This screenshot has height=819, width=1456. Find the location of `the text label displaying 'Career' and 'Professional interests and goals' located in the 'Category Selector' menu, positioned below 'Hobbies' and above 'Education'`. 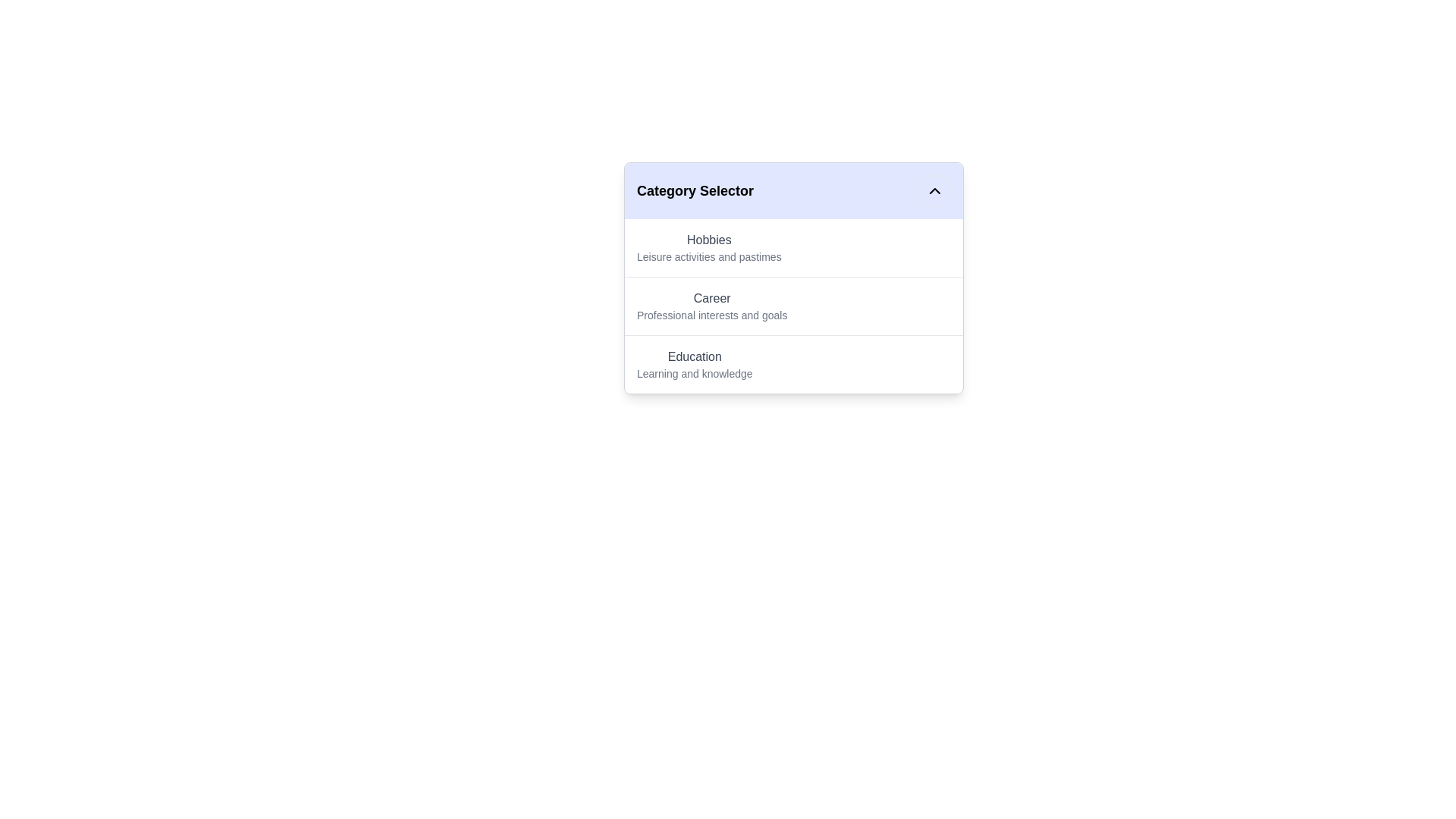

the text label displaying 'Career' and 'Professional interests and goals' located in the 'Category Selector' menu, positioned below 'Hobbies' and above 'Education' is located at coordinates (711, 306).